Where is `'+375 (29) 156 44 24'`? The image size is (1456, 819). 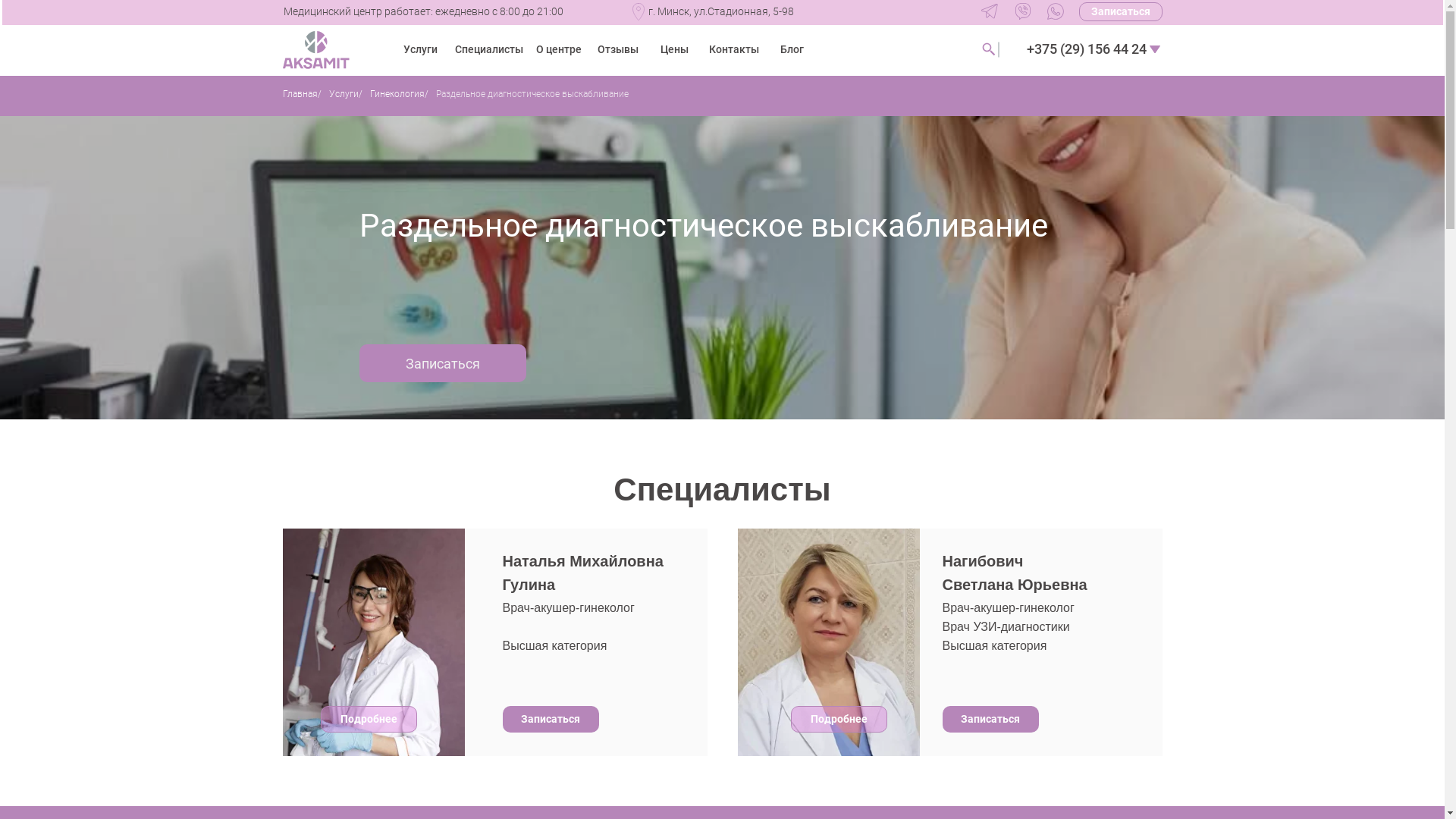 '+375 (29) 156 44 24' is located at coordinates (1084, 49).